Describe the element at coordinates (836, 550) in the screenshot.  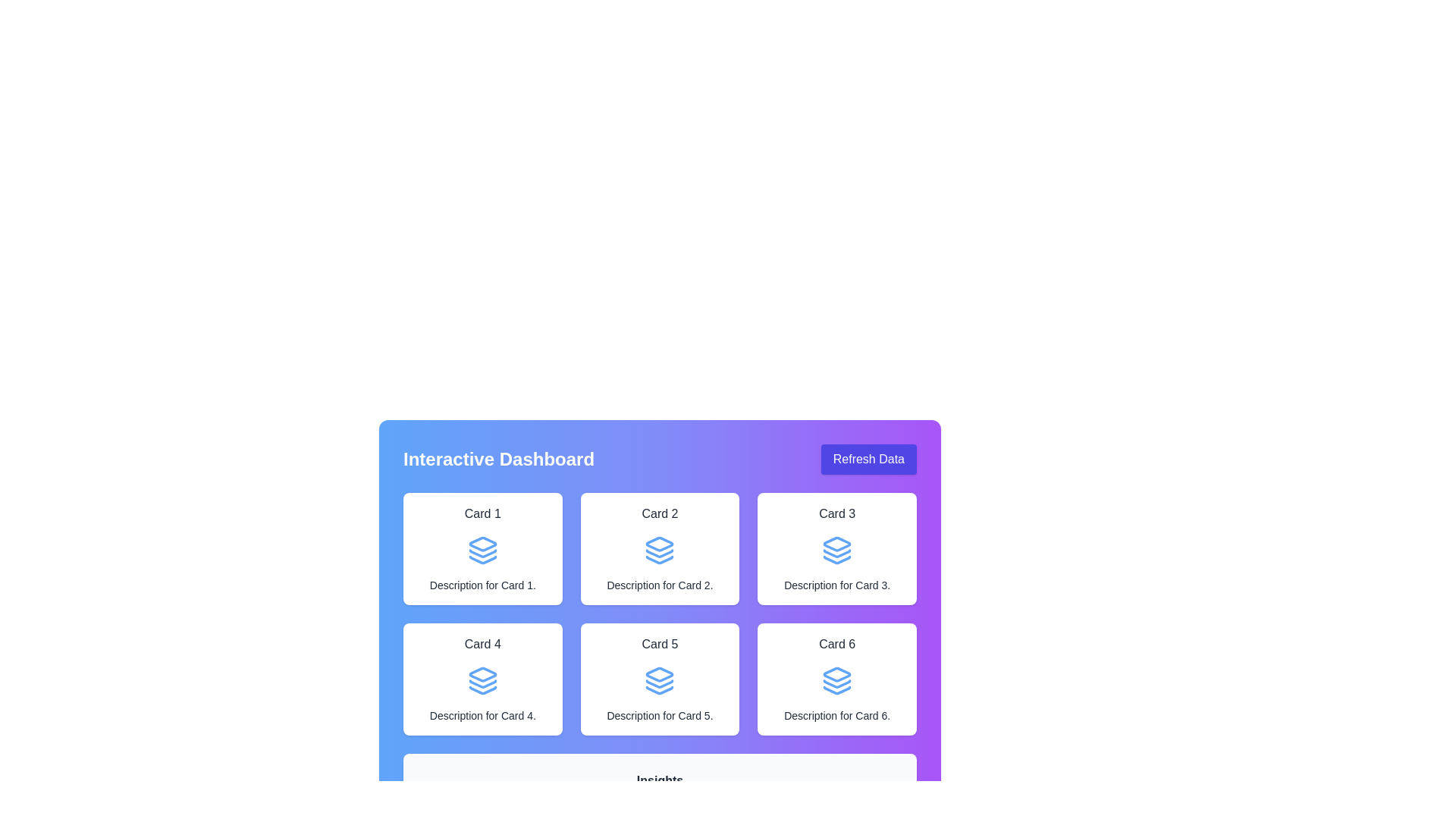
I see `the visual representation of the icon depicting a stack of layers, which is located in 'Card 3' above the text 'Description for Card 3'` at that location.